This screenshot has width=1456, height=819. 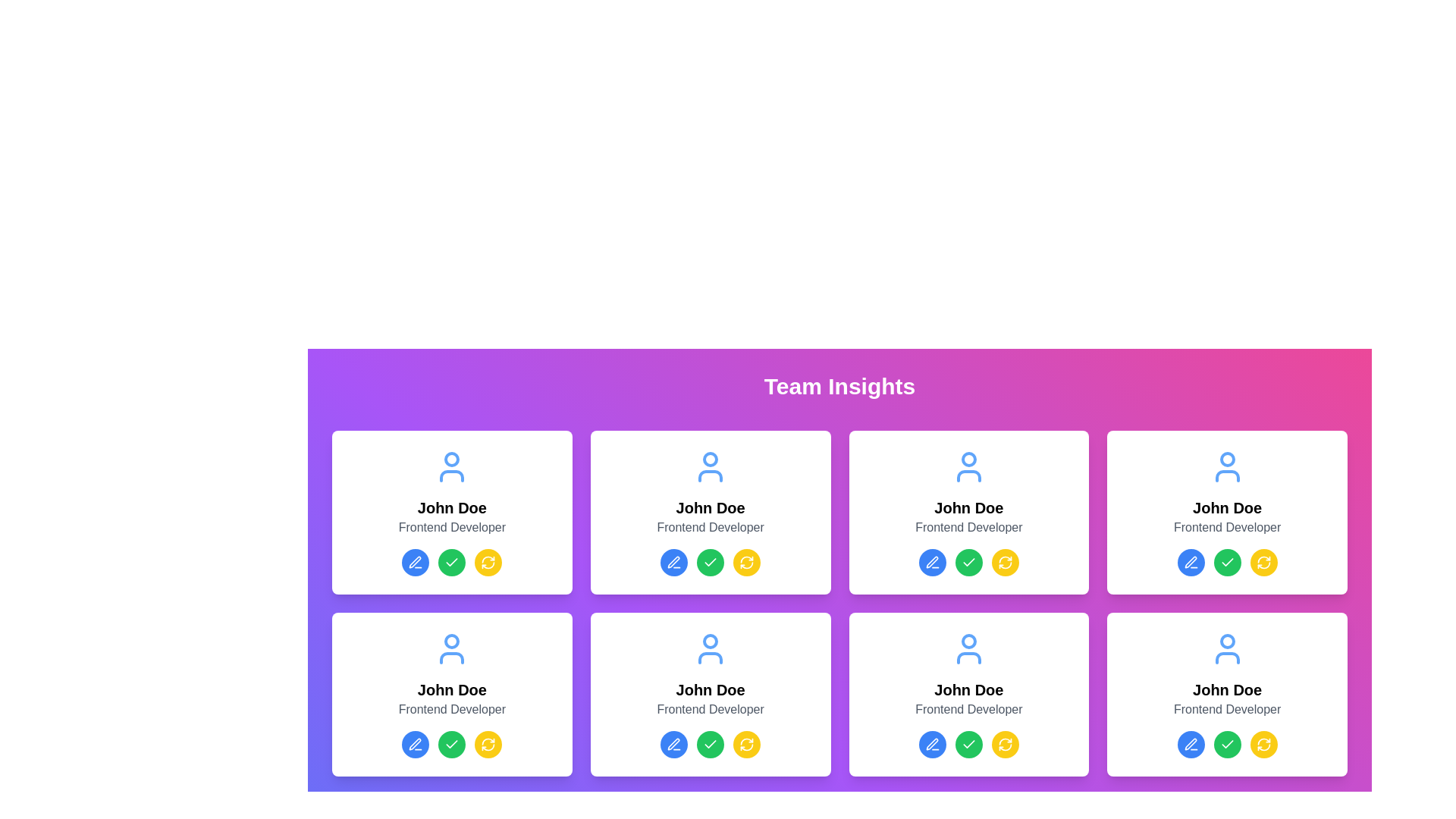 What do you see at coordinates (931, 744) in the screenshot?
I see `the circular blue button with a white pen icon located at the bottom left of the card in the second row, fourth column of the grid layout` at bounding box center [931, 744].